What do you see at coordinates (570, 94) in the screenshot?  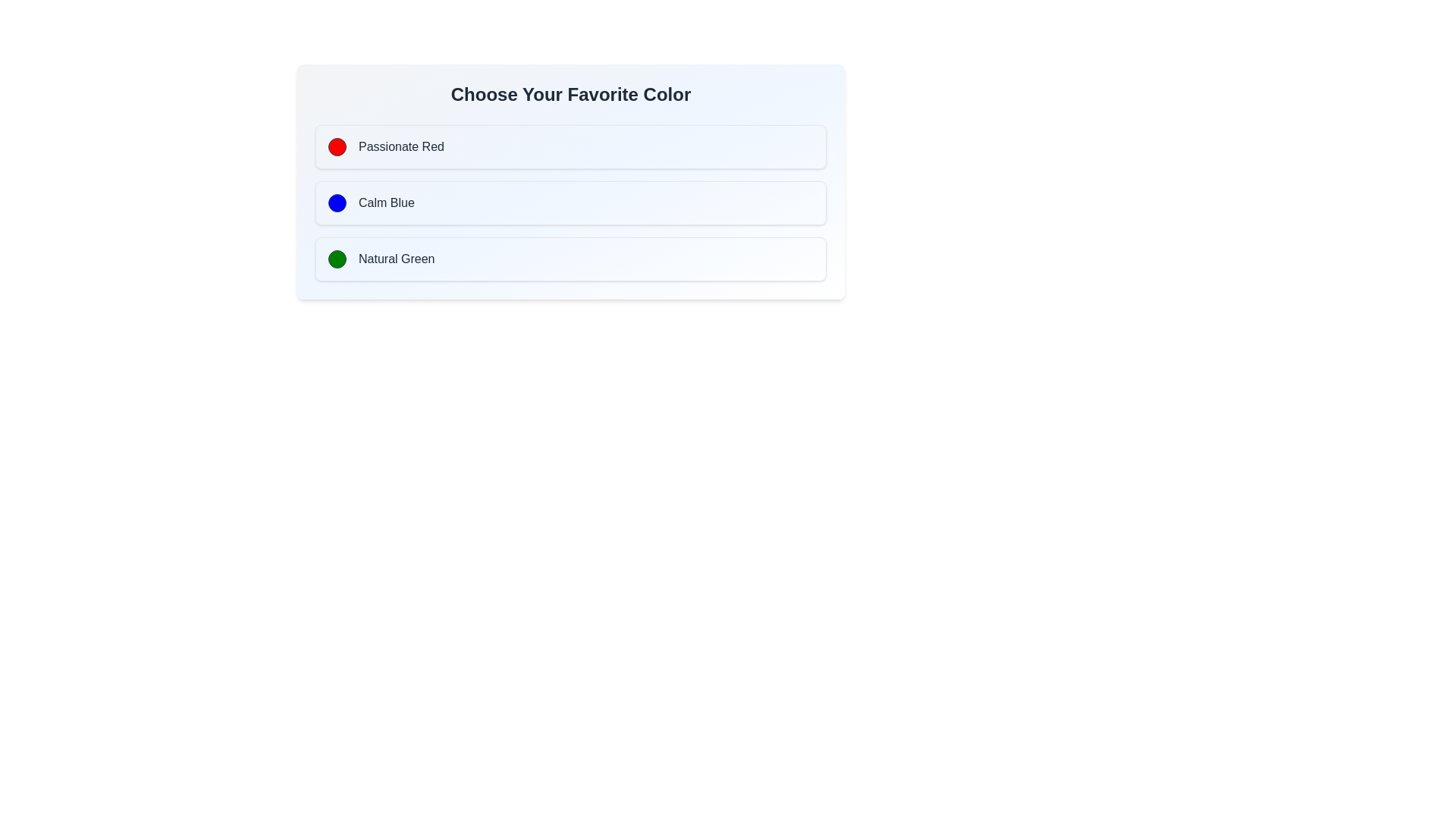 I see `the bold header displaying 'Choose Your Favorite Color' located at the top of the section above the color options` at bounding box center [570, 94].